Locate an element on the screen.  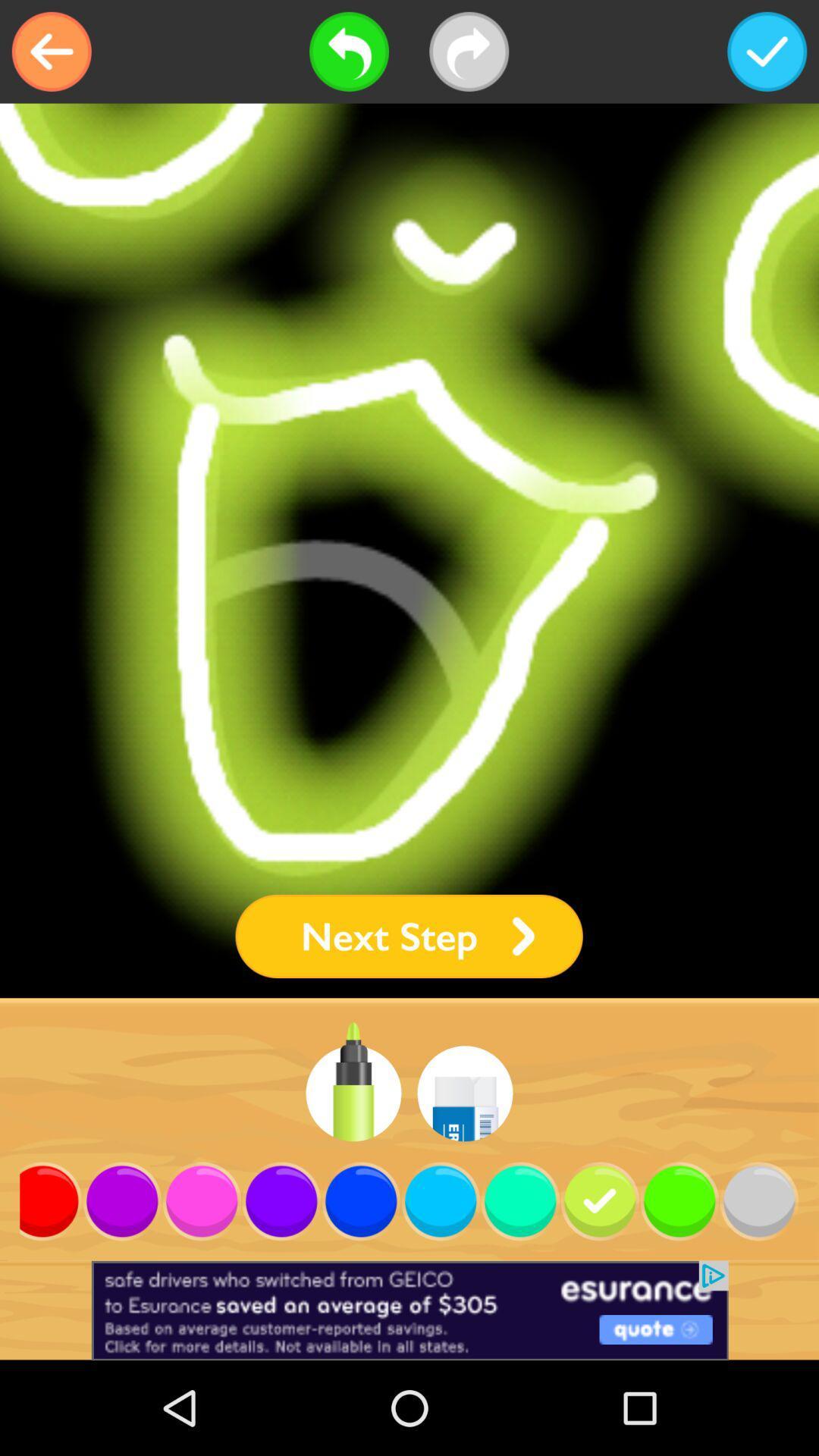
redo action is located at coordinates (468, 52).